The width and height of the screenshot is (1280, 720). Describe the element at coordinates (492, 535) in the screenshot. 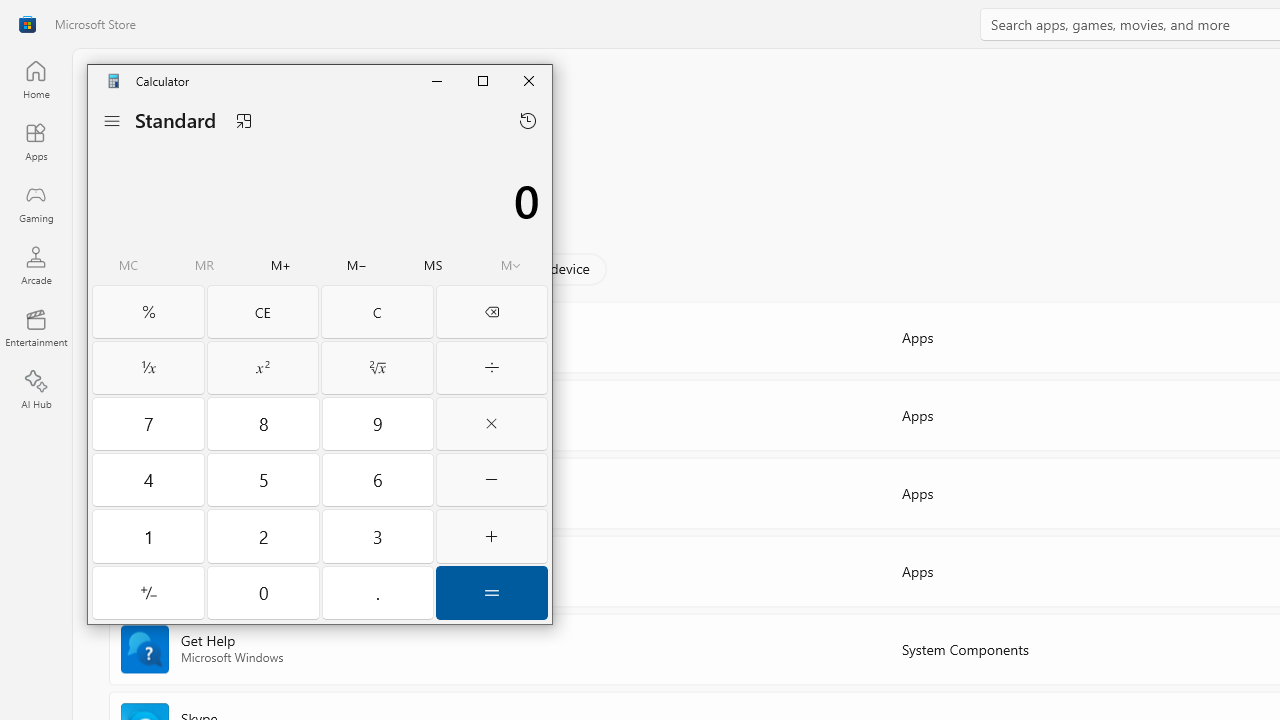

I see `'Plus'` at that location.